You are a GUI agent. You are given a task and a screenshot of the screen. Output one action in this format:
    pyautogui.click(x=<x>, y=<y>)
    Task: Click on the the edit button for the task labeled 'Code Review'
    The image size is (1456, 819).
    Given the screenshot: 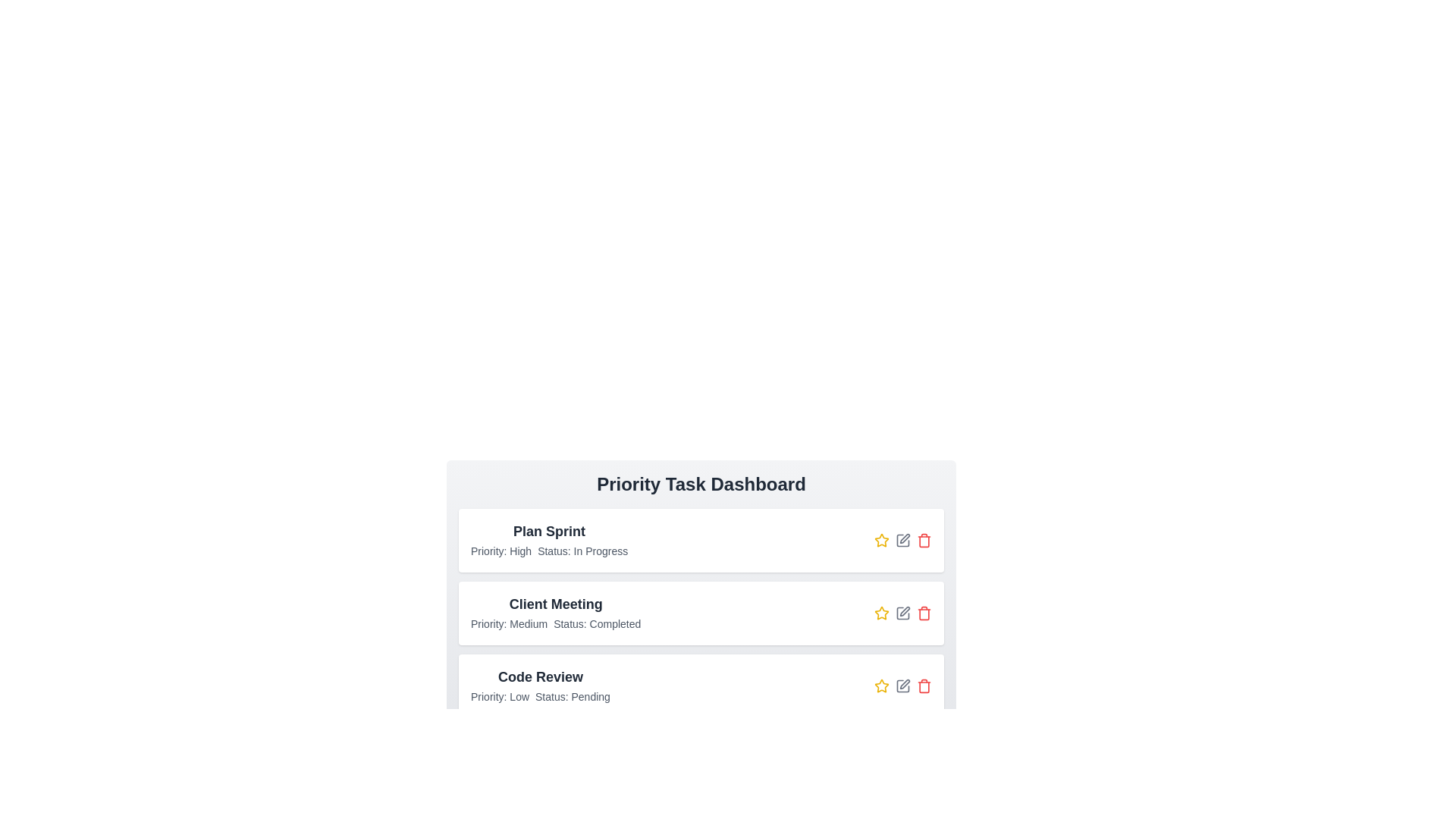 What is the action you would take?
    pyautogui.click(x=902, y=686)
    